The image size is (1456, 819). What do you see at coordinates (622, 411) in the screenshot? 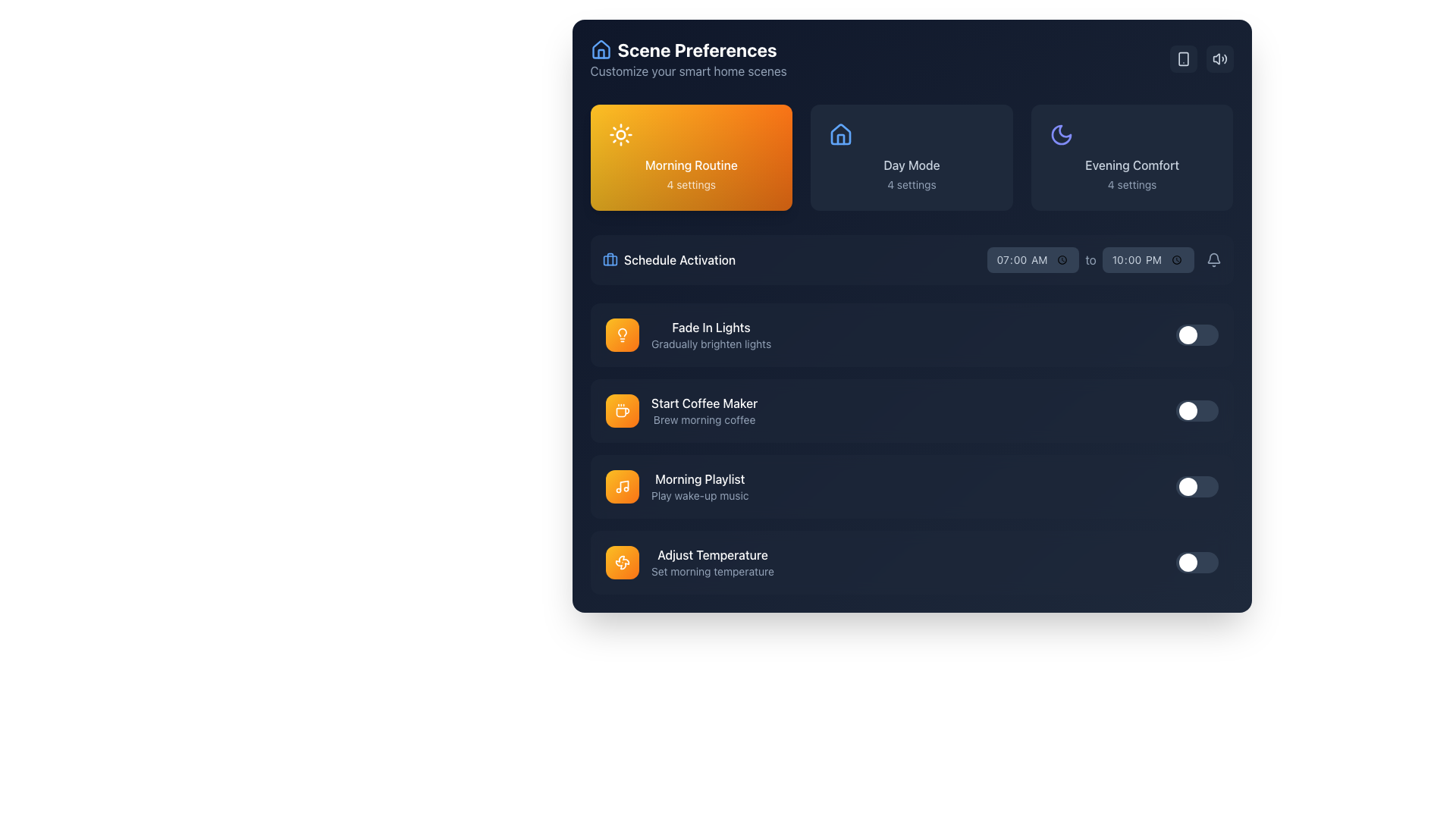
I see `the stylized coffee cup icon located within the second button of the vertical list under the 'Morning Routine' section` at bounding box center [622, 411].